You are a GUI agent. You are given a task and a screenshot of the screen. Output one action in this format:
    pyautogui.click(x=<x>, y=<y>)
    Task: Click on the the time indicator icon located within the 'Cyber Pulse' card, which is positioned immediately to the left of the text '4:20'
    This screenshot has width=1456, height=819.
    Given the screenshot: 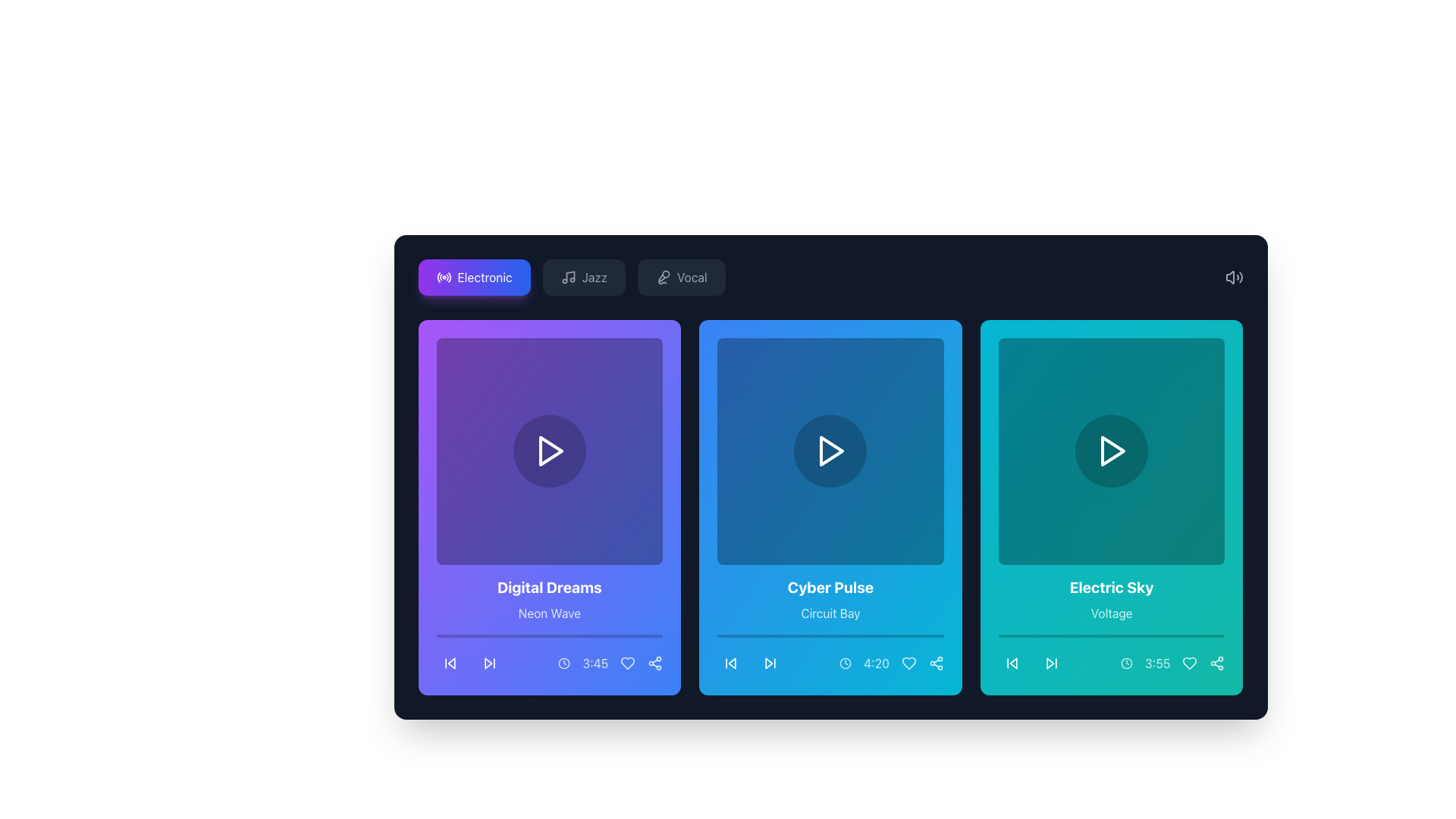 What is the action you would take?
    pyautogui.click(x=845, y=662)
    